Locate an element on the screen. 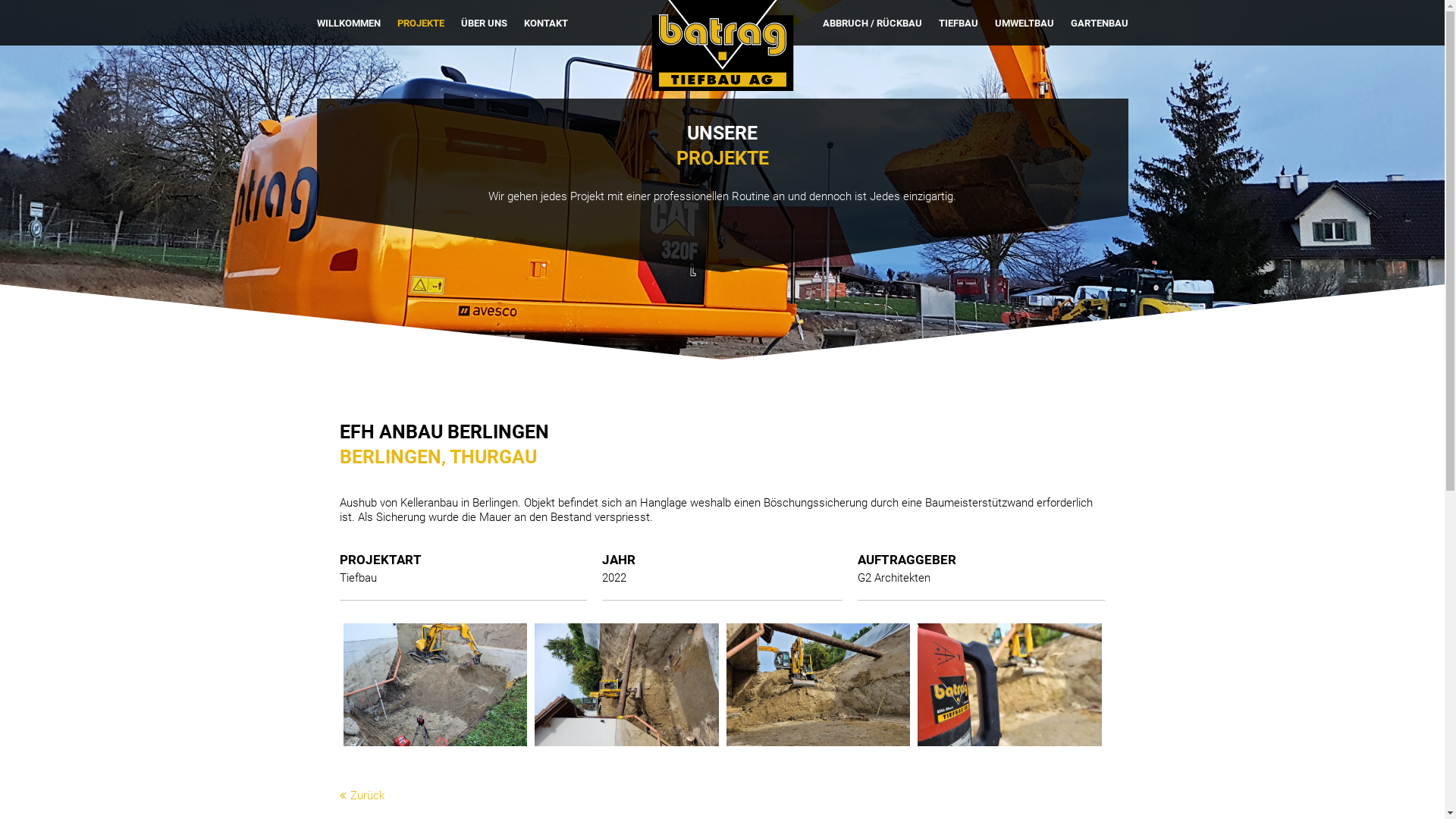 The height and width of the screenshot is (819, 1456). 'TIEFBAU' is located at coordinates (957, 23).